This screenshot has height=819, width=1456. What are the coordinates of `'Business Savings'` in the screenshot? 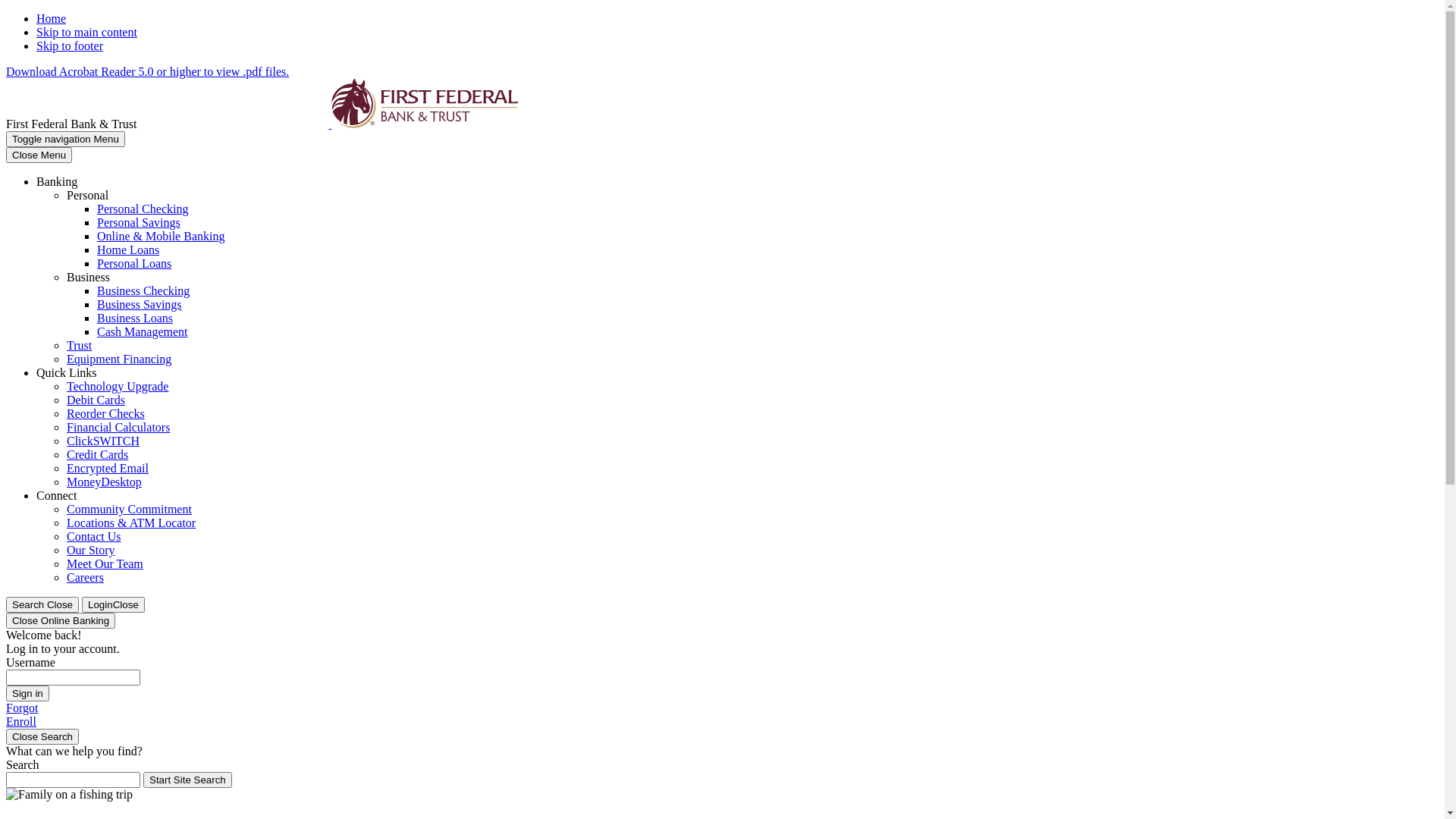 It's located at (96, 304).